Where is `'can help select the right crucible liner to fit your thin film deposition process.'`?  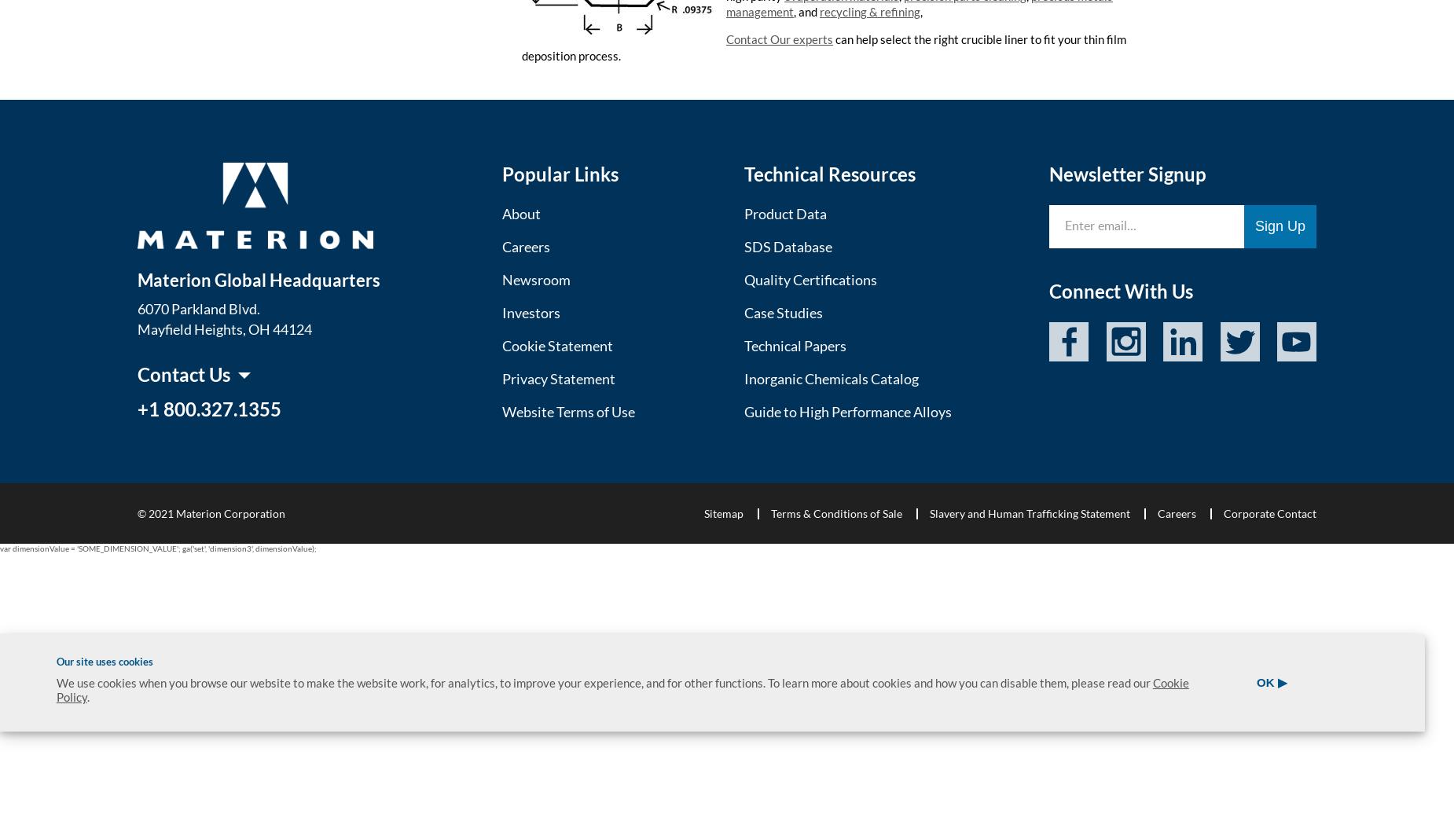 'can help select the right crucible liner to fit your thin film deposition process.' is located at coordinates (521, 46).